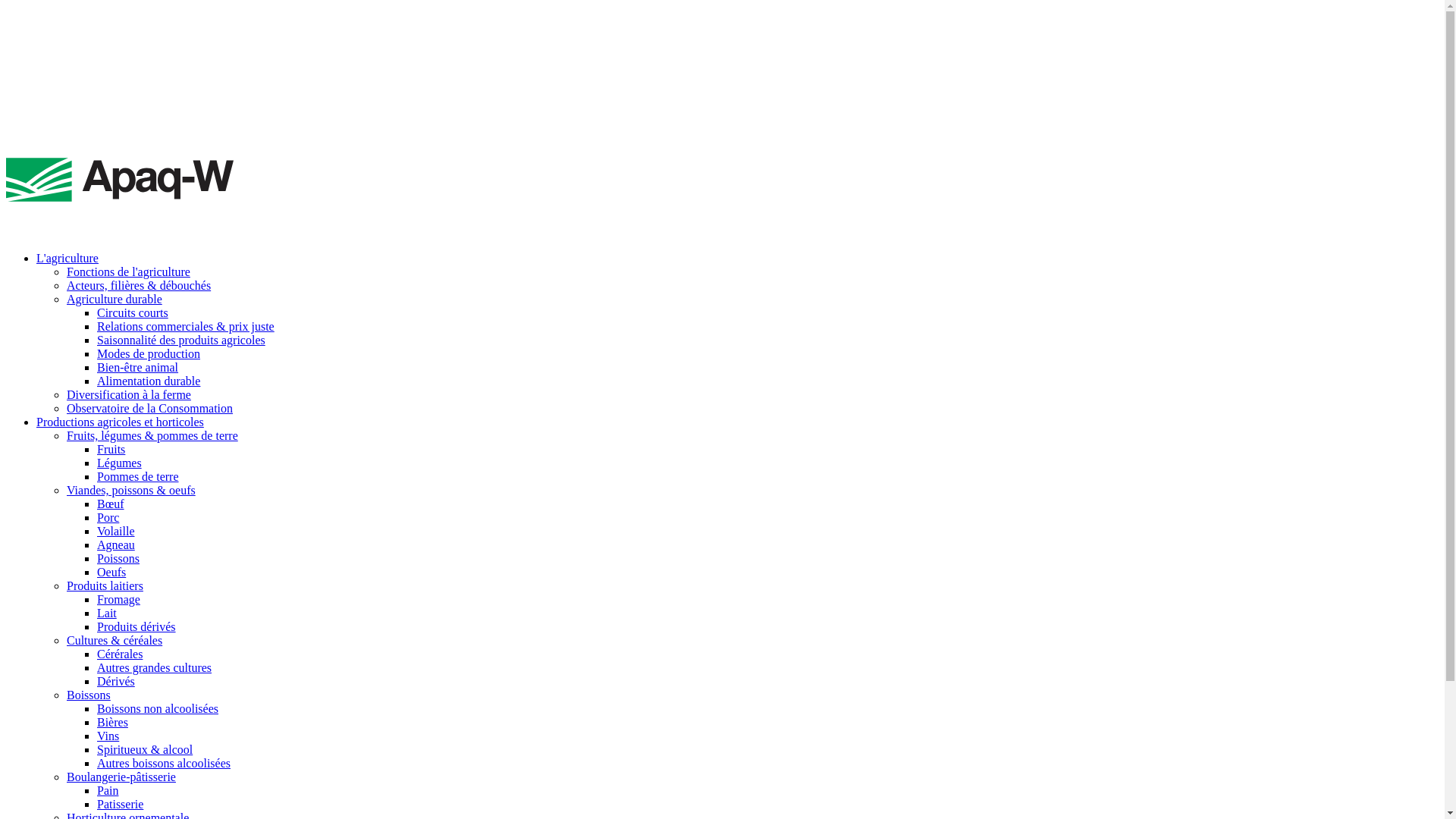 The image size is (1456, 819). What do you see at coordinates (130, 490) in the screenshot?
I see `'Viandes, poissons & oeufs'` at bounding box center [130, 490].